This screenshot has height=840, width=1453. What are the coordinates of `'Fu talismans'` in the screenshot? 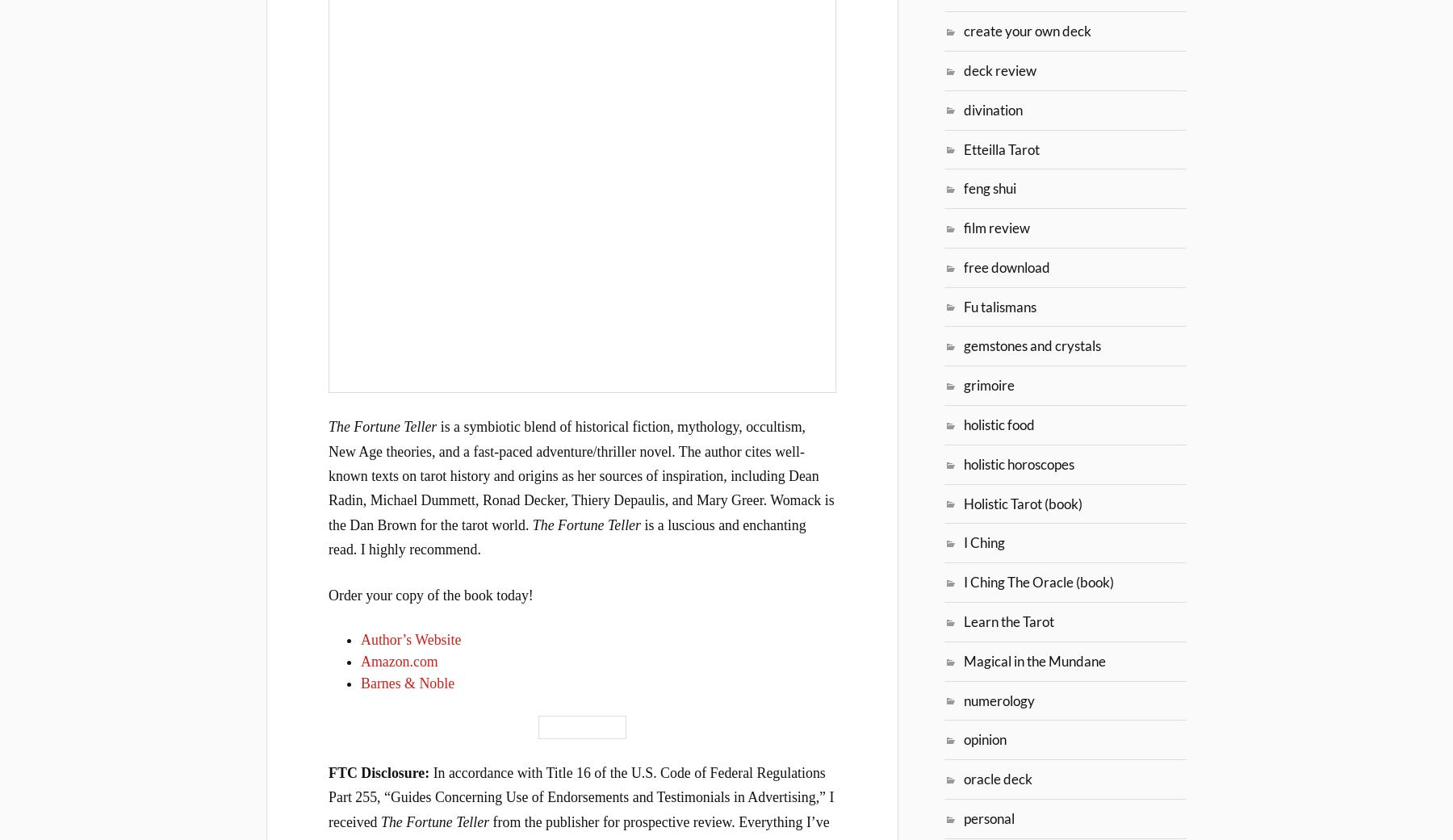 It's located at (999, 306).